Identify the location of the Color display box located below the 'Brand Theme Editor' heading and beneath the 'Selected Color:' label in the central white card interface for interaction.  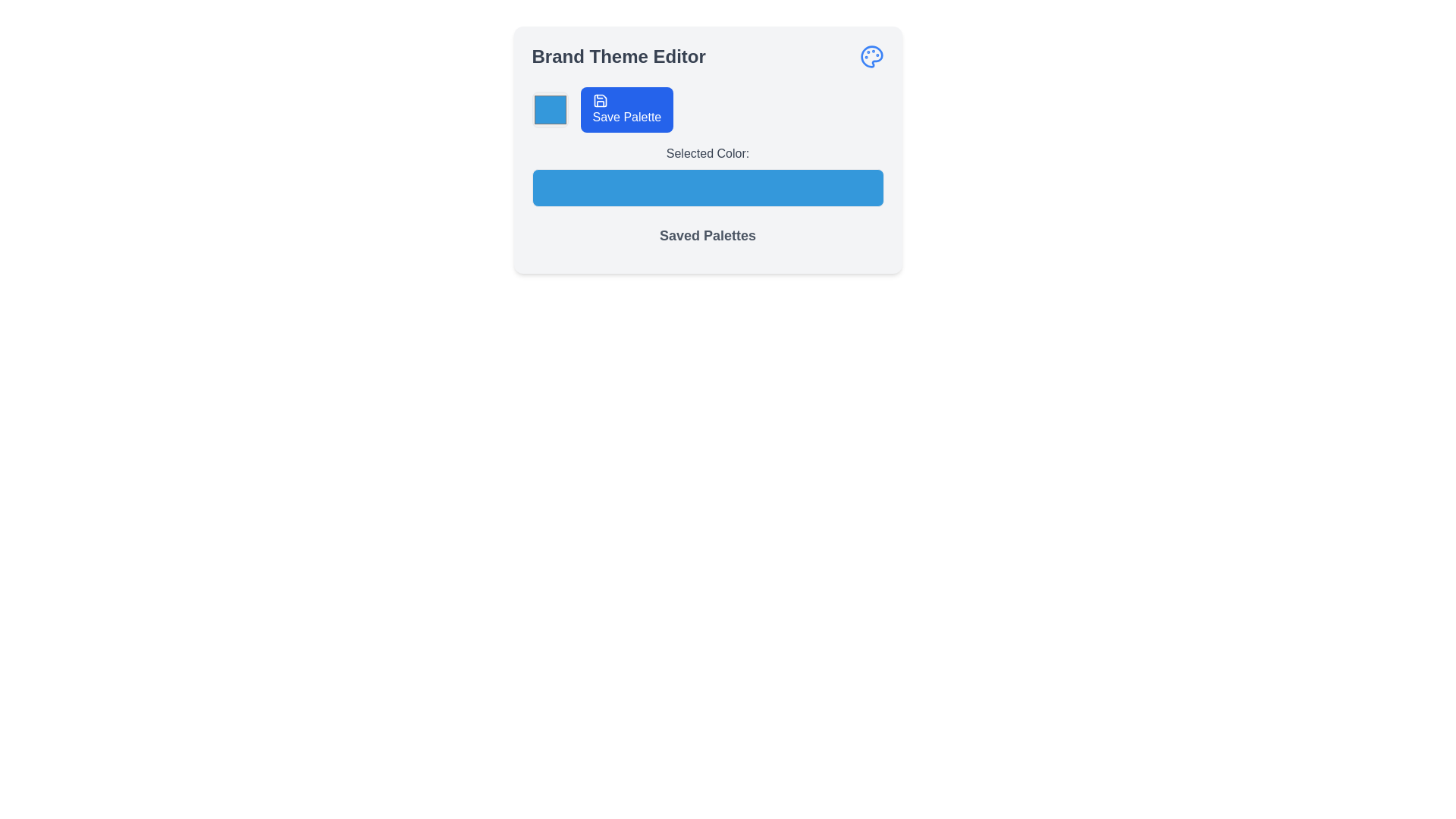
(707, 200).